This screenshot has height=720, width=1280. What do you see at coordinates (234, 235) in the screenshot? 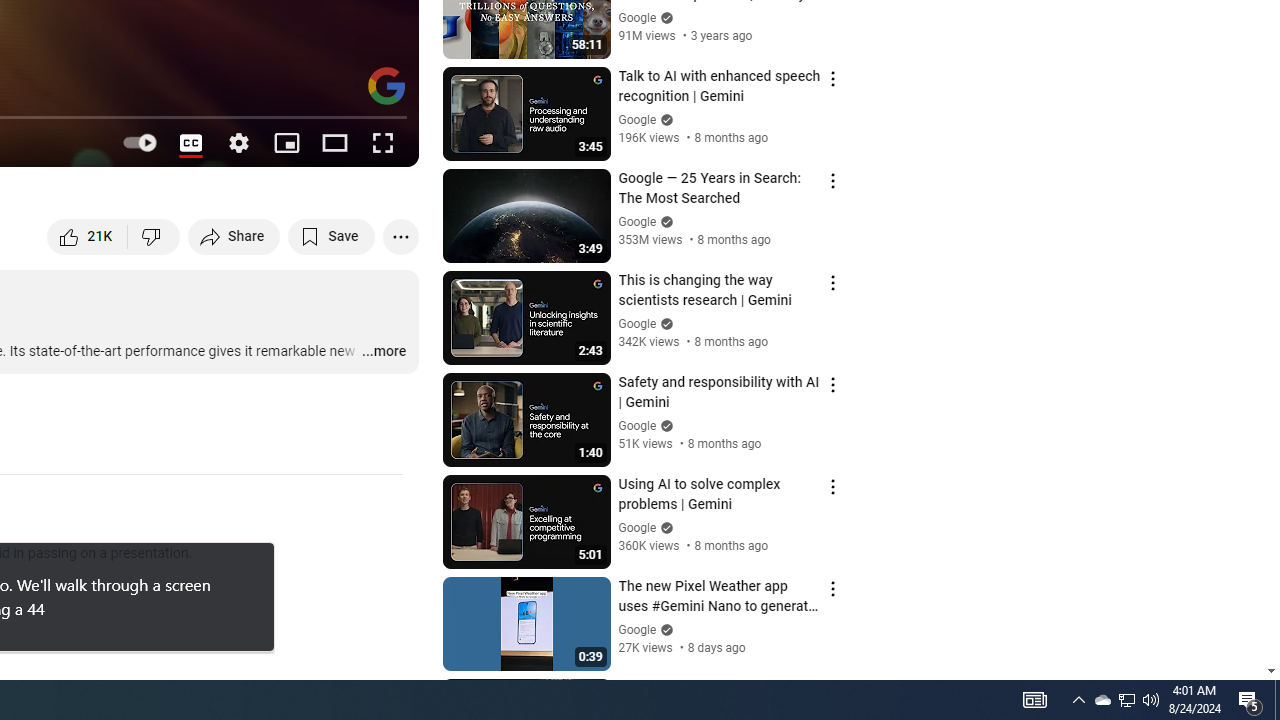
I see `'Share'` at bounding box center [234, 235].